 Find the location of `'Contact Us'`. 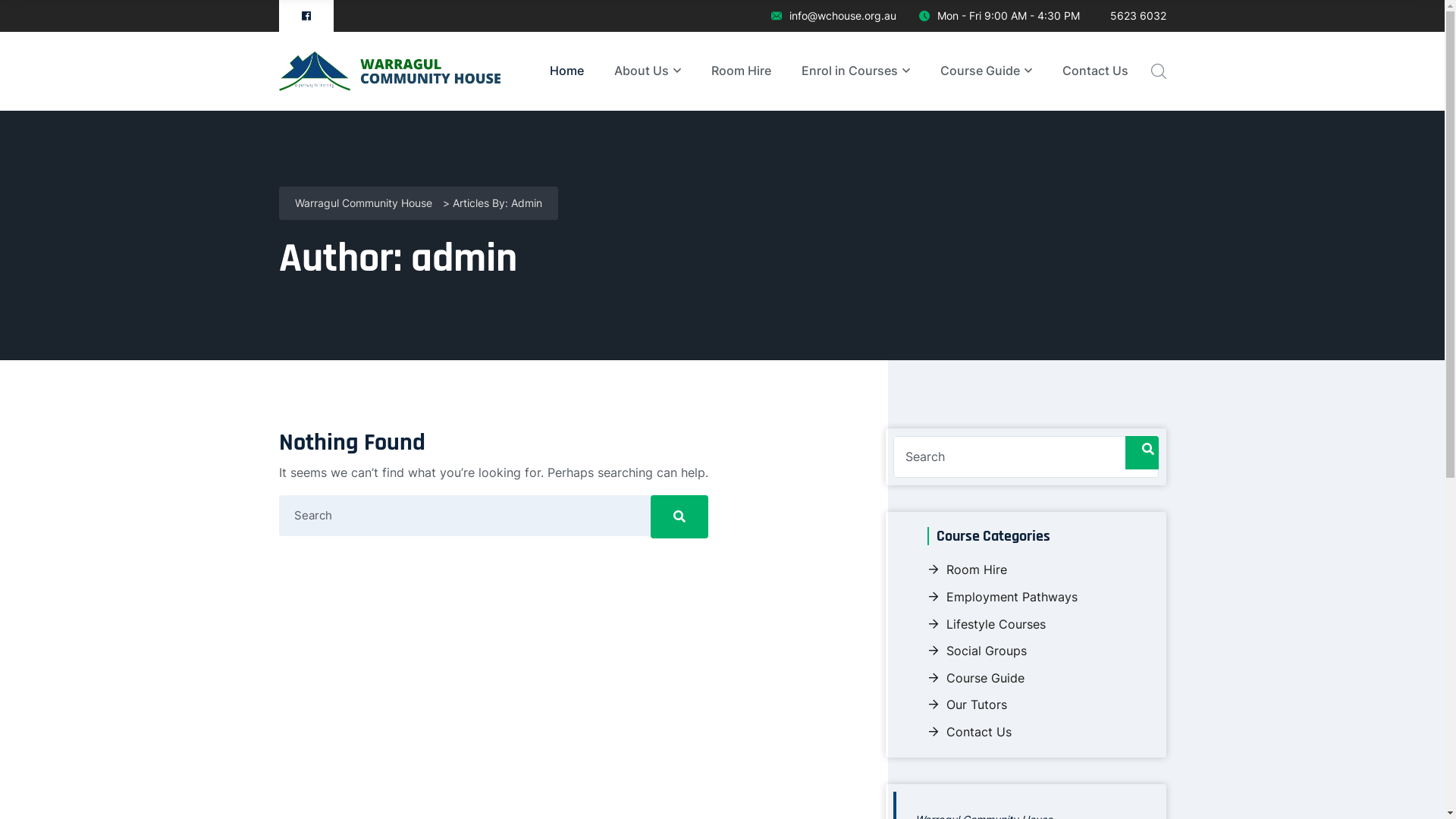

'Contact Us' is located at coordinates (1061, 71).